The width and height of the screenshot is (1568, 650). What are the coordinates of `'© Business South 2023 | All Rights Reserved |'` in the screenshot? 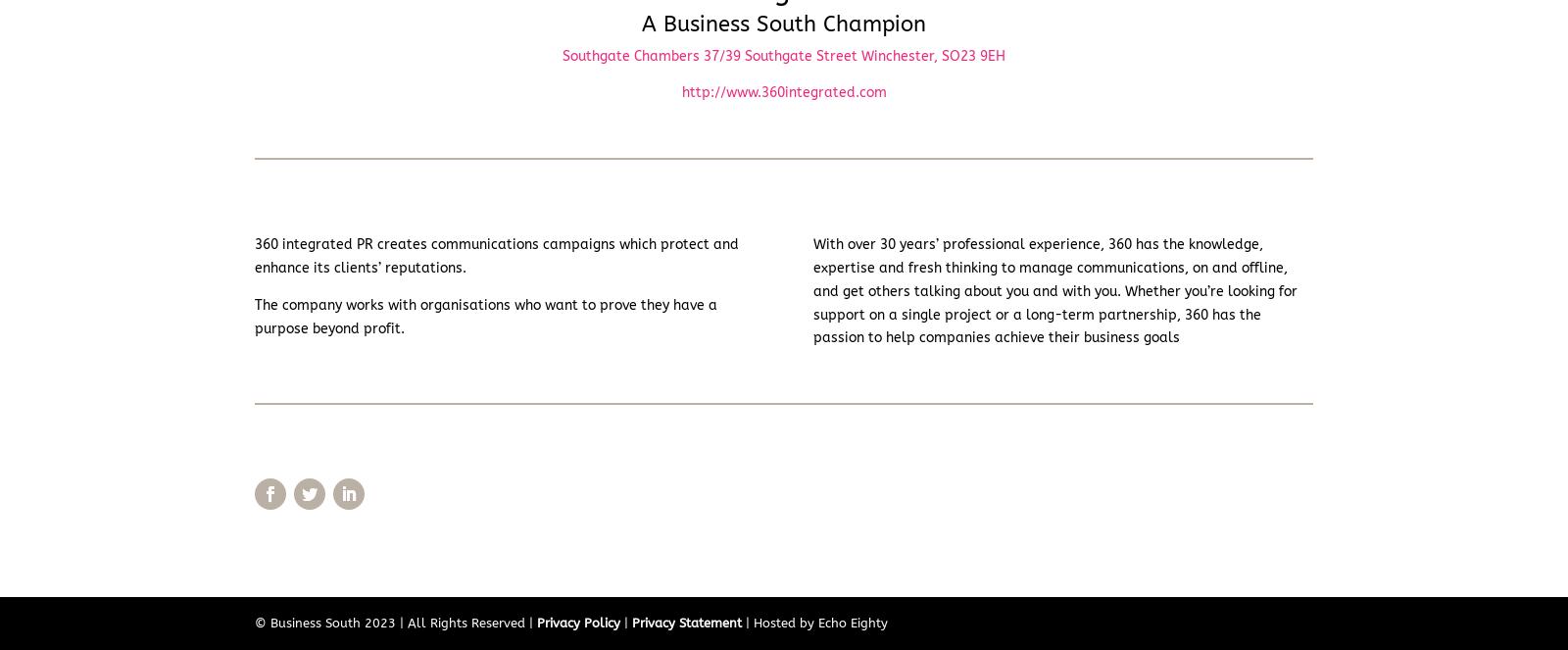 It's located at (395, 622).